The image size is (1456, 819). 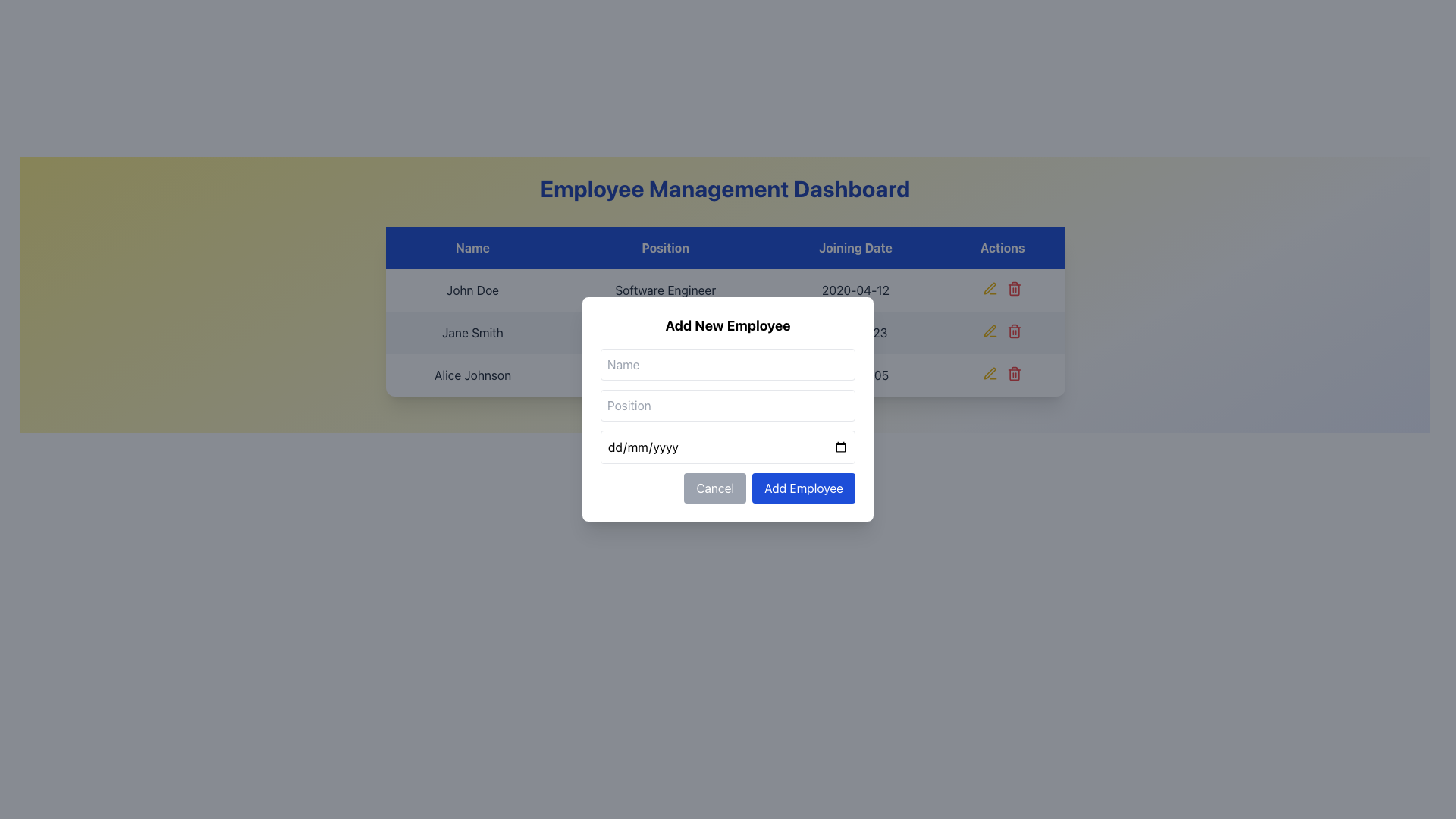 What do you see at coordinates (1003, 247) in the screenshot?
I see `the 'Actions' text label, which is the rightmost column header in the table indicating action-related items` at bounding box center [1003, 247].